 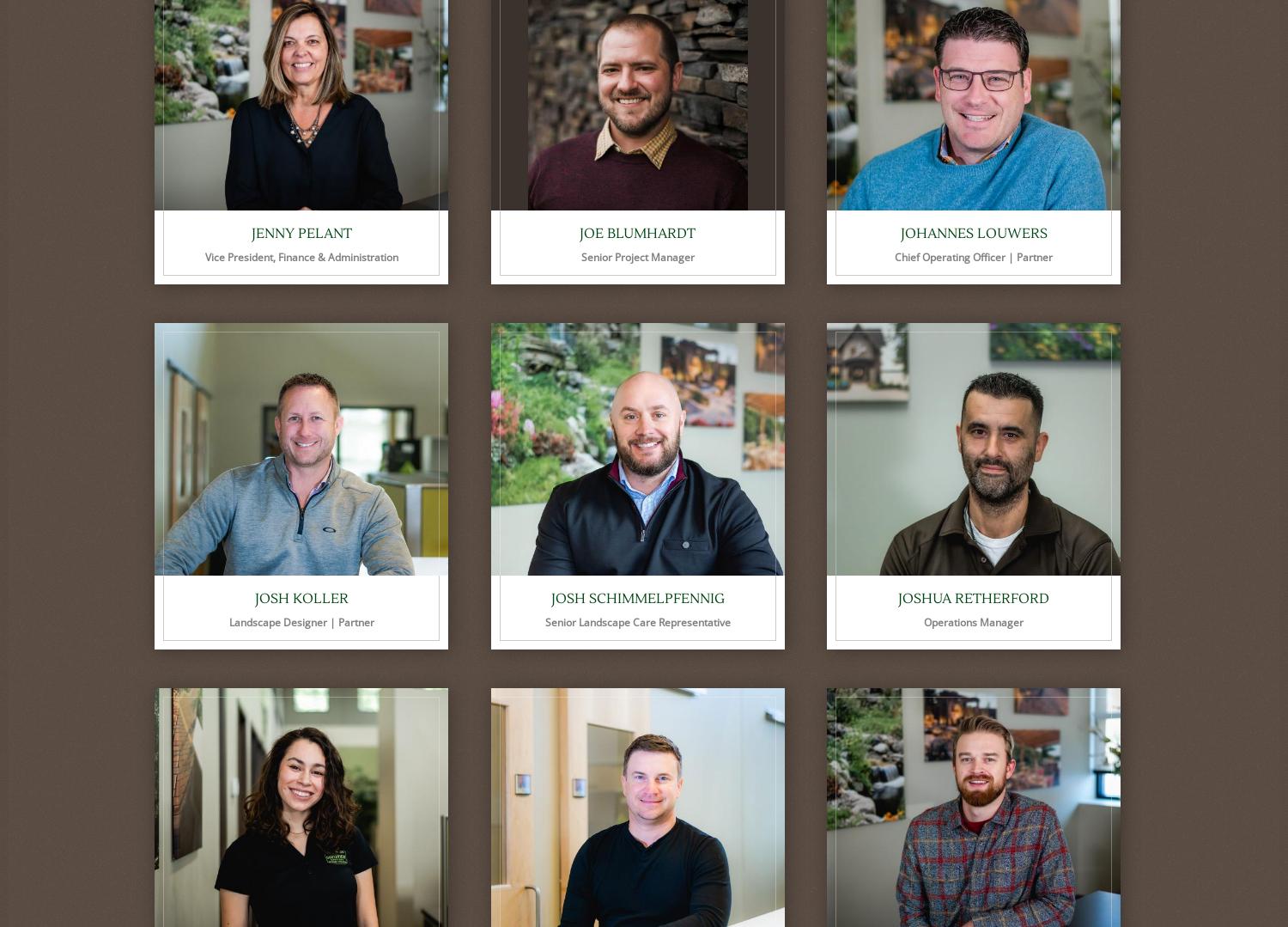 I want to click on 'Josh Schimmelpfennig', so click(x=636, y=599).